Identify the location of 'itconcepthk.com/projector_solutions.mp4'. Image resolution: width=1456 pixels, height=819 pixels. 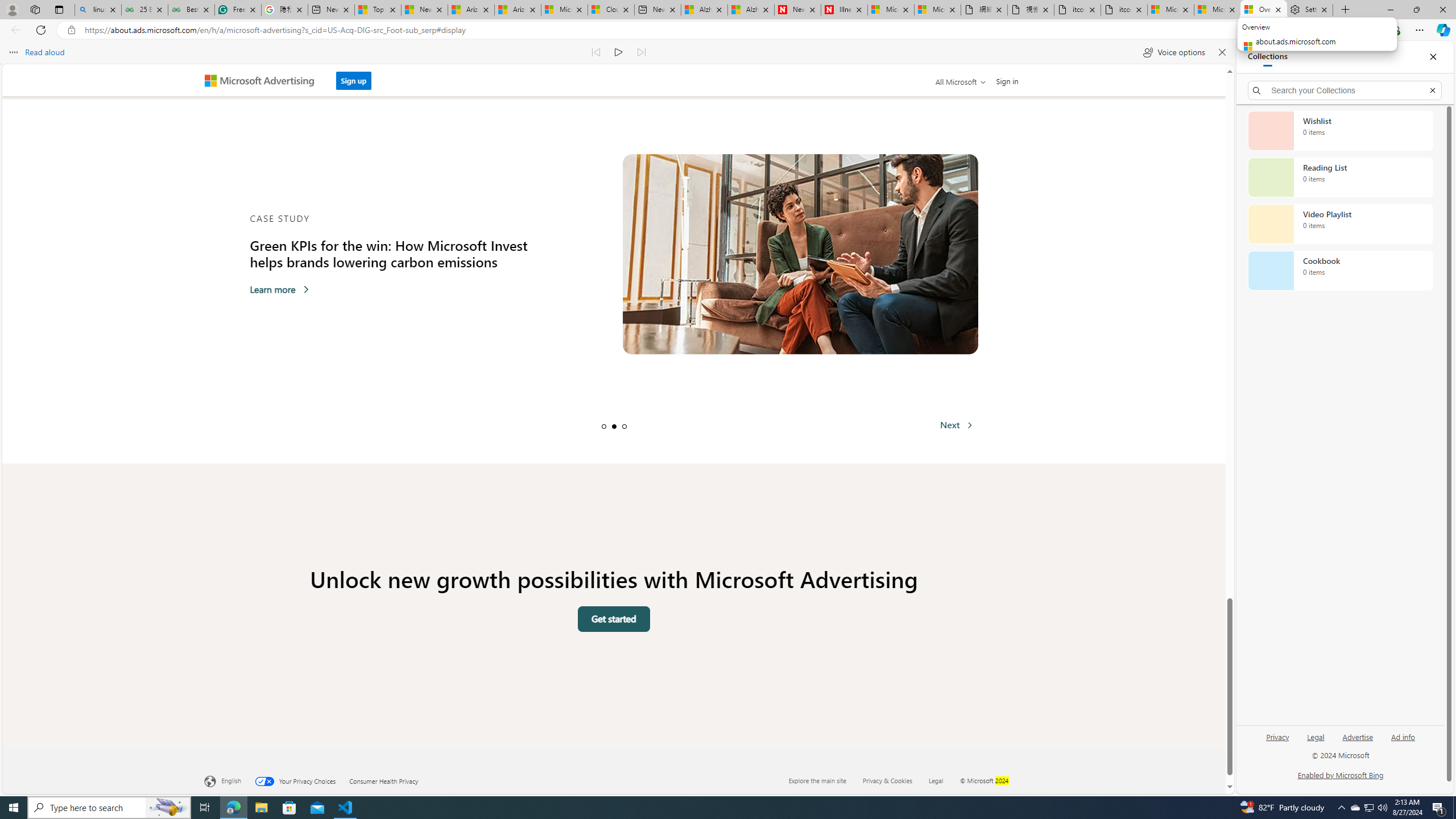
(1124, 9).